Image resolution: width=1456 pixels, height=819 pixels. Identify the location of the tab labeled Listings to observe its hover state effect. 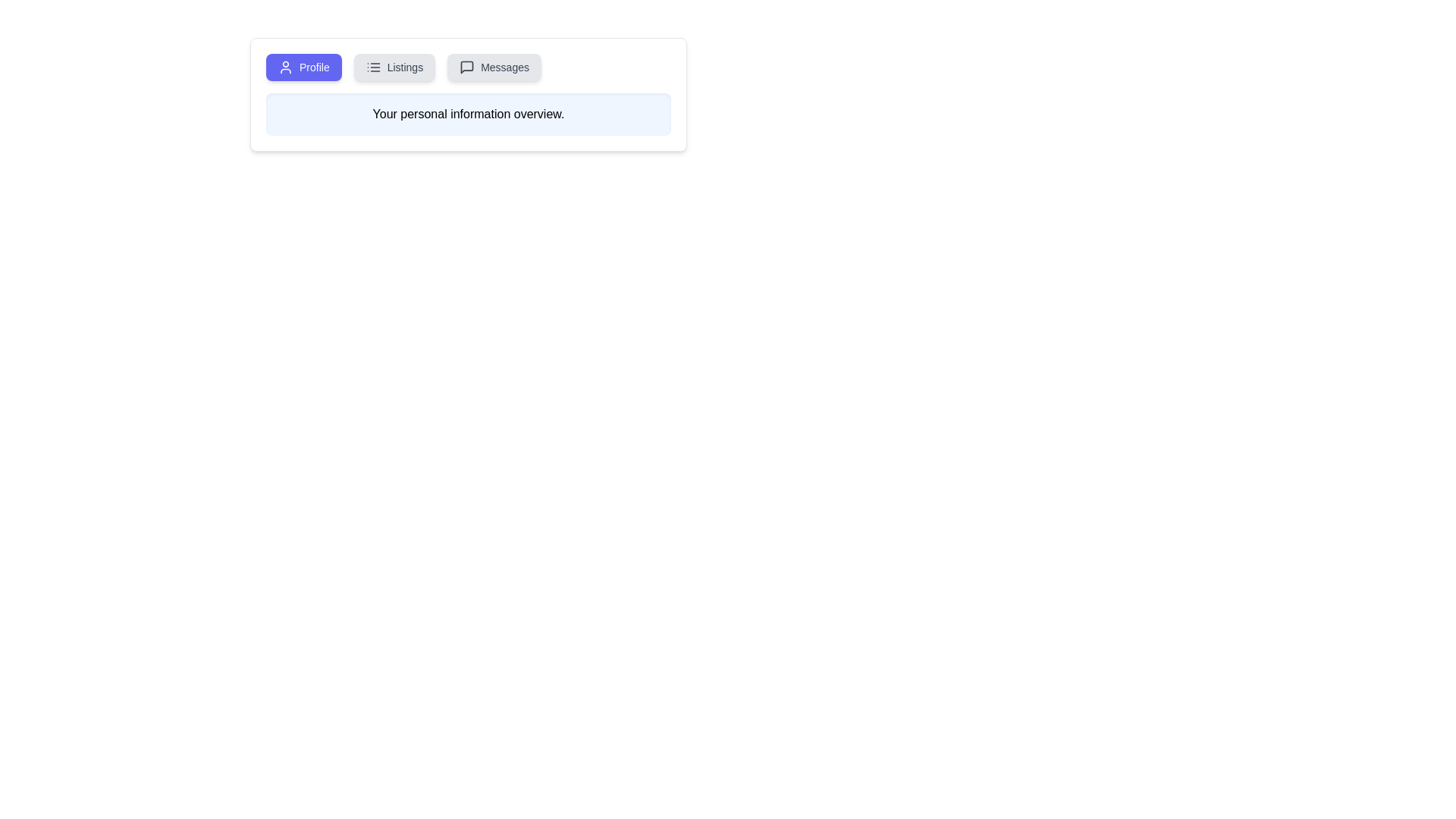
(394, 66).